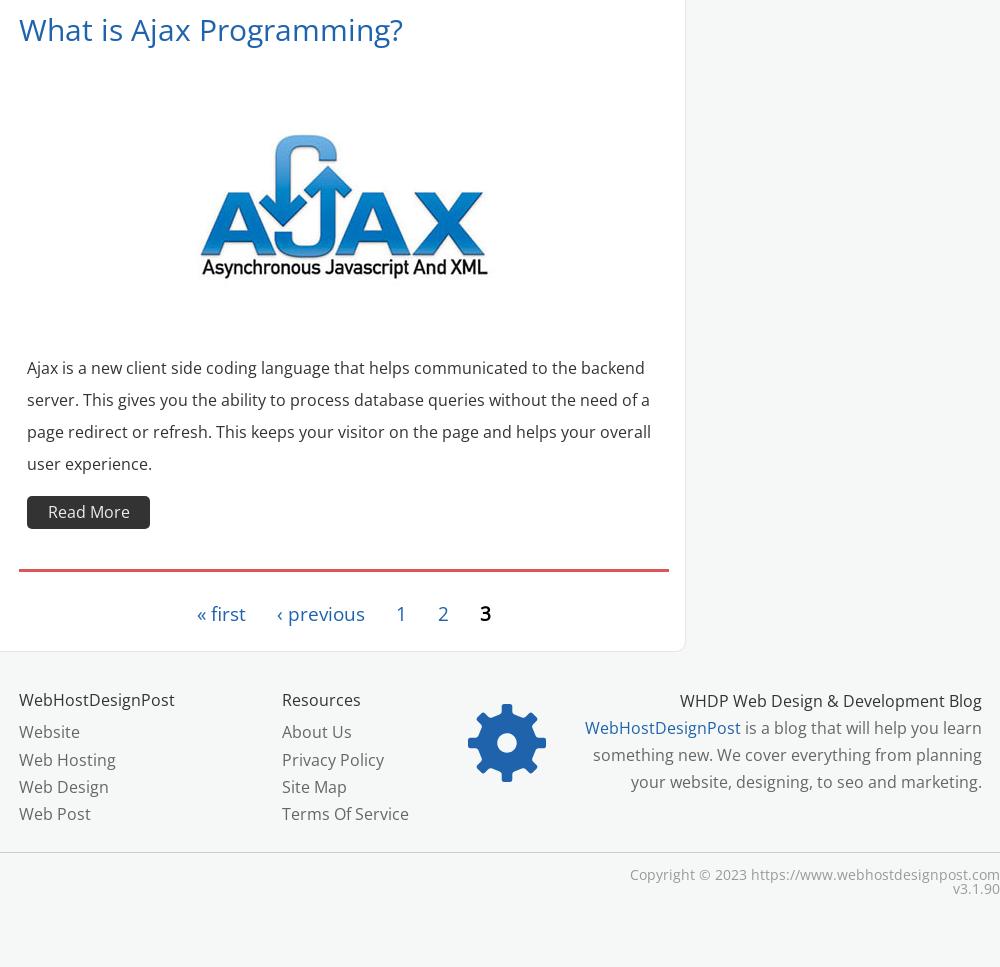 This screenshot has height=967, width=1000. Describe the element at coordinates (441, 613) in the screenshot. I see `'2'` at that location.